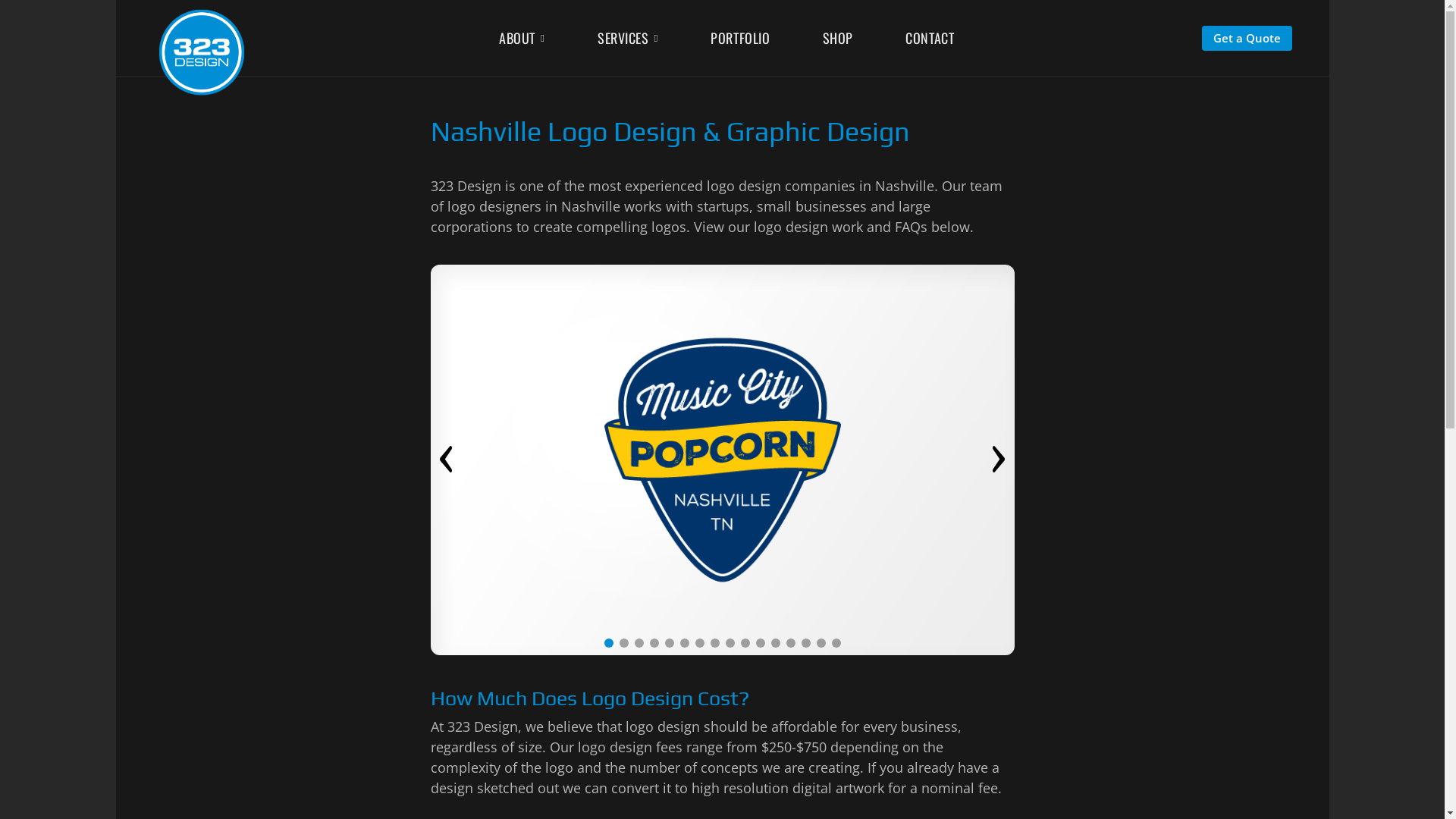 The width and height of the screenshot is (1456, 819). I want to click on '13', so click(786, 643).